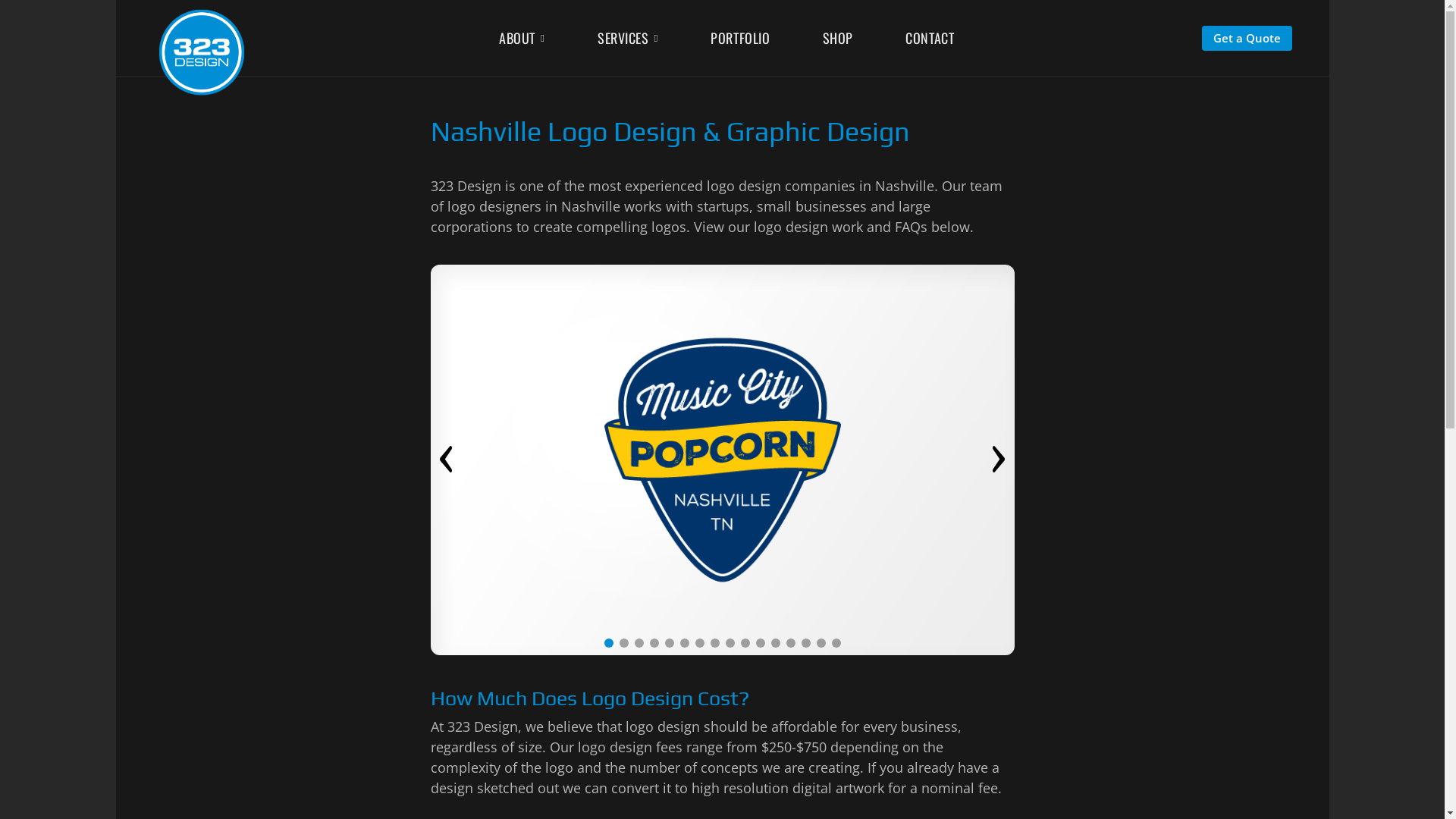 The width and height of the screenshot is (1456, 819). I want to click on '13', so click(786, 643).